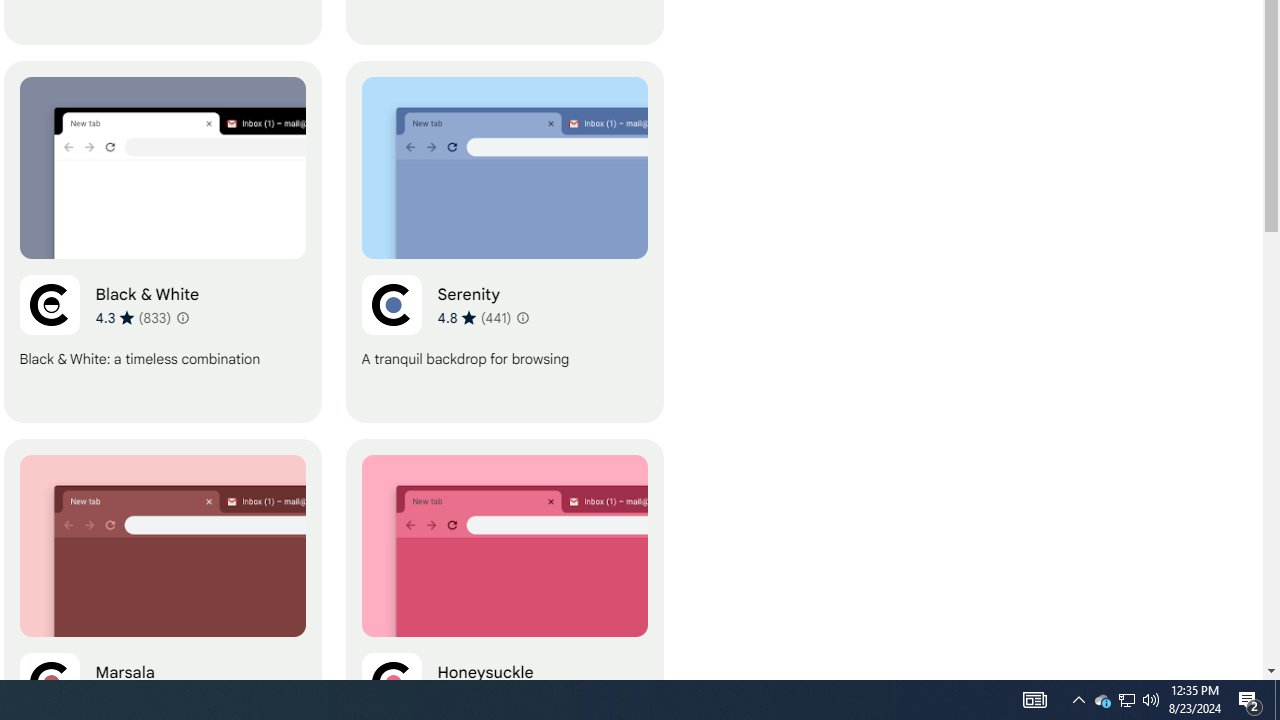  What do you see at coordinates (504, 241) in the screenshot?
I see `'Serenity'` at bounding box center [504, 241].